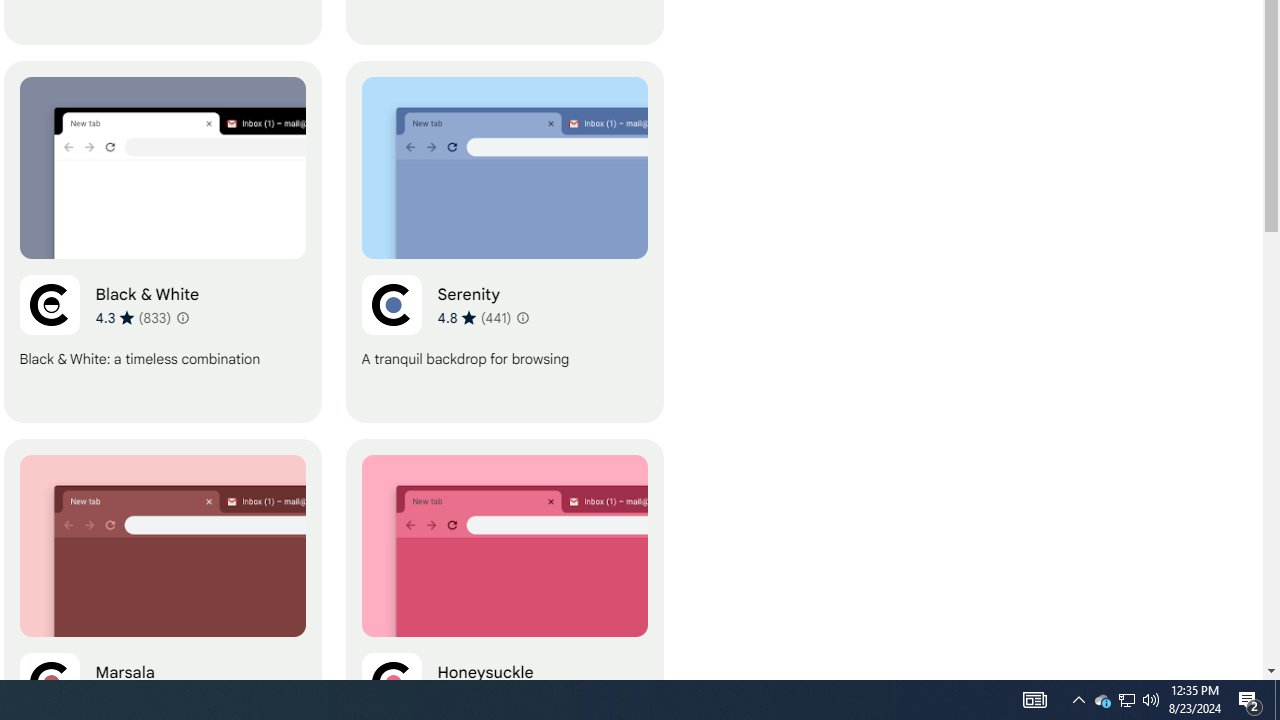  What do you see at coordinates (504, 241) in the screenshot?
I see `'Serenity'` at bounding box center [504, 241].